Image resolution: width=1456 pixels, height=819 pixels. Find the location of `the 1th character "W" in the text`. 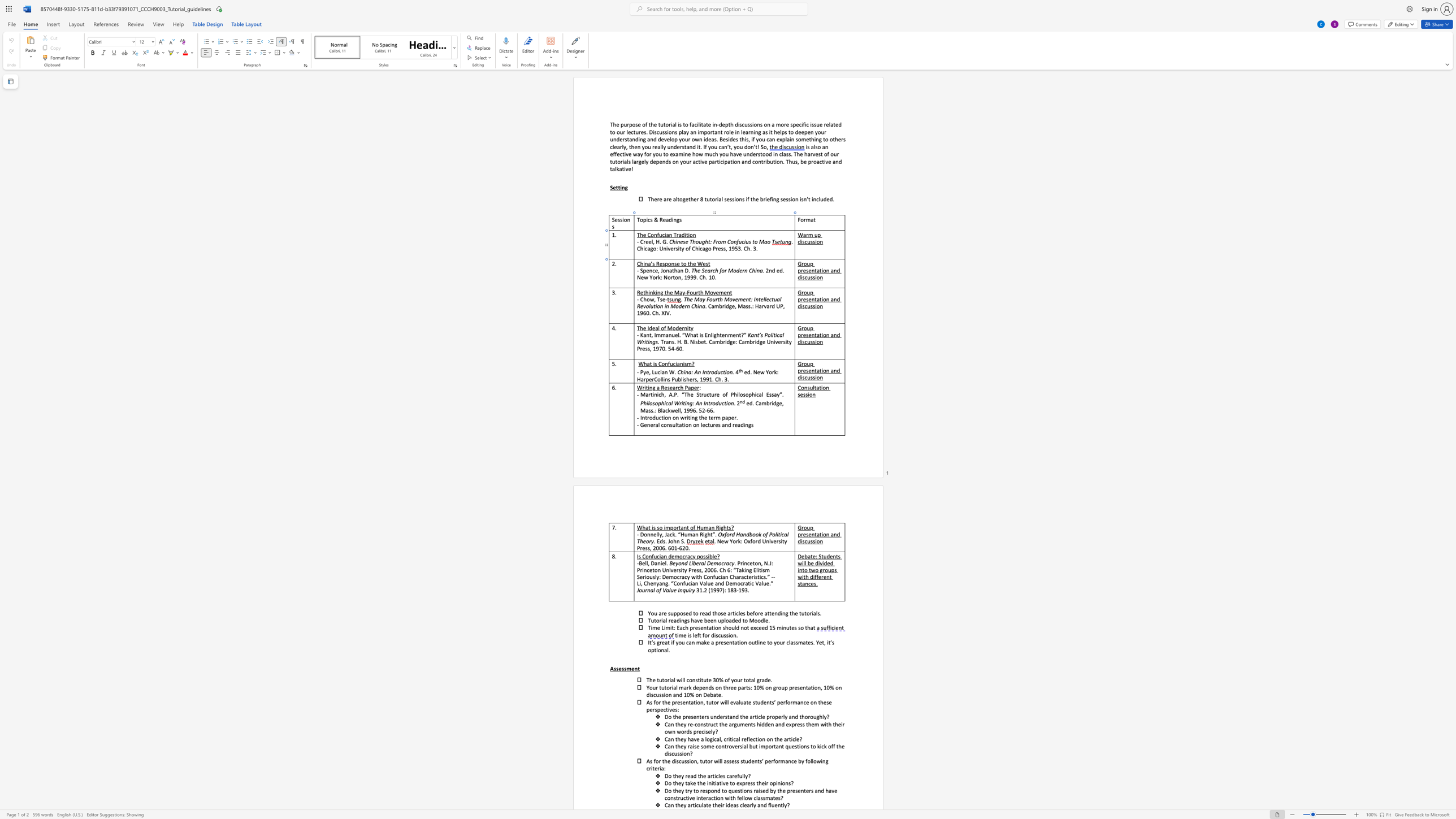

the 1th character "W" in the text is located at coordinates (699, 263).